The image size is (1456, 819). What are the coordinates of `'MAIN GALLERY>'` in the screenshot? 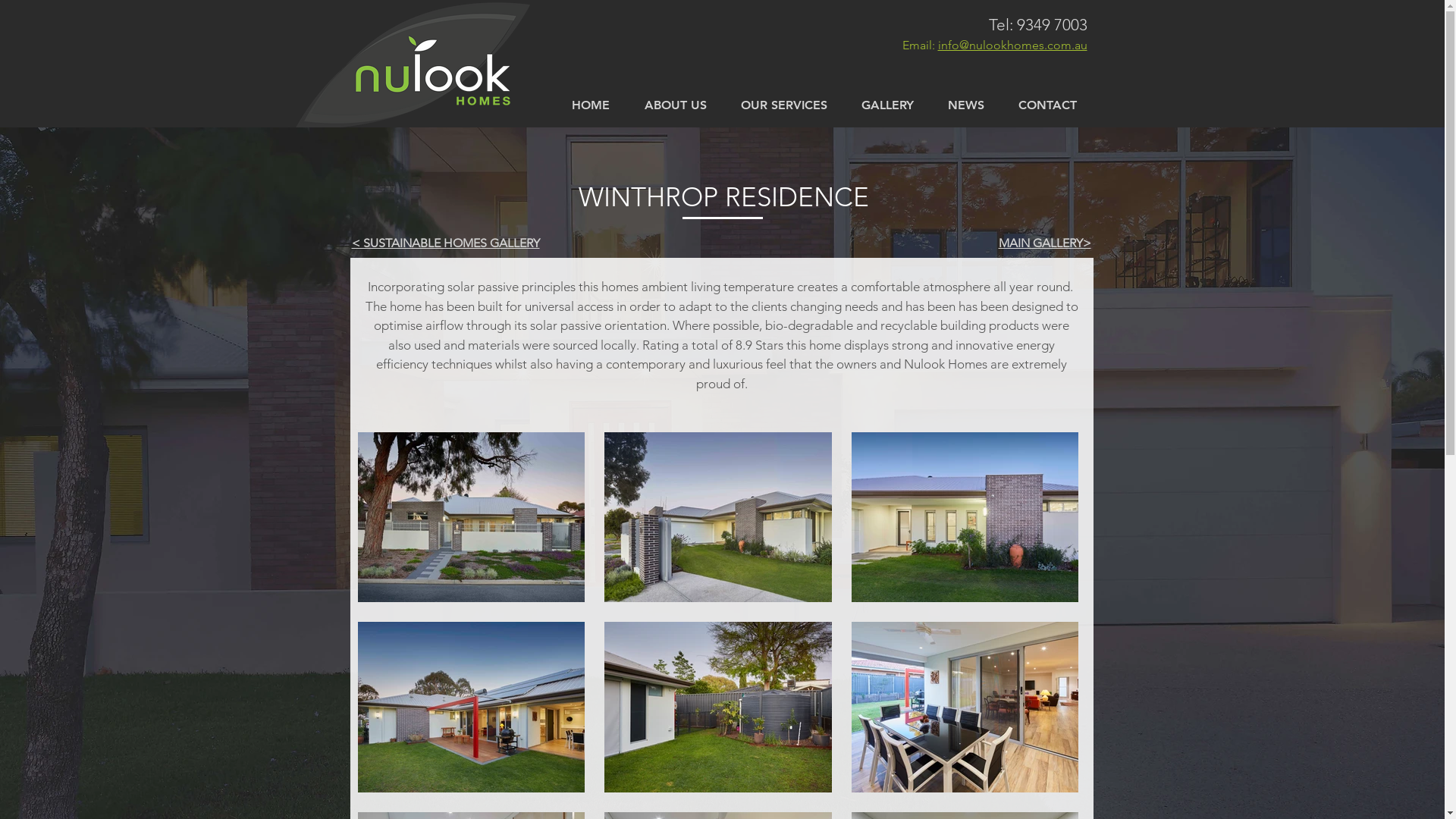 It's located at (1043, 242).